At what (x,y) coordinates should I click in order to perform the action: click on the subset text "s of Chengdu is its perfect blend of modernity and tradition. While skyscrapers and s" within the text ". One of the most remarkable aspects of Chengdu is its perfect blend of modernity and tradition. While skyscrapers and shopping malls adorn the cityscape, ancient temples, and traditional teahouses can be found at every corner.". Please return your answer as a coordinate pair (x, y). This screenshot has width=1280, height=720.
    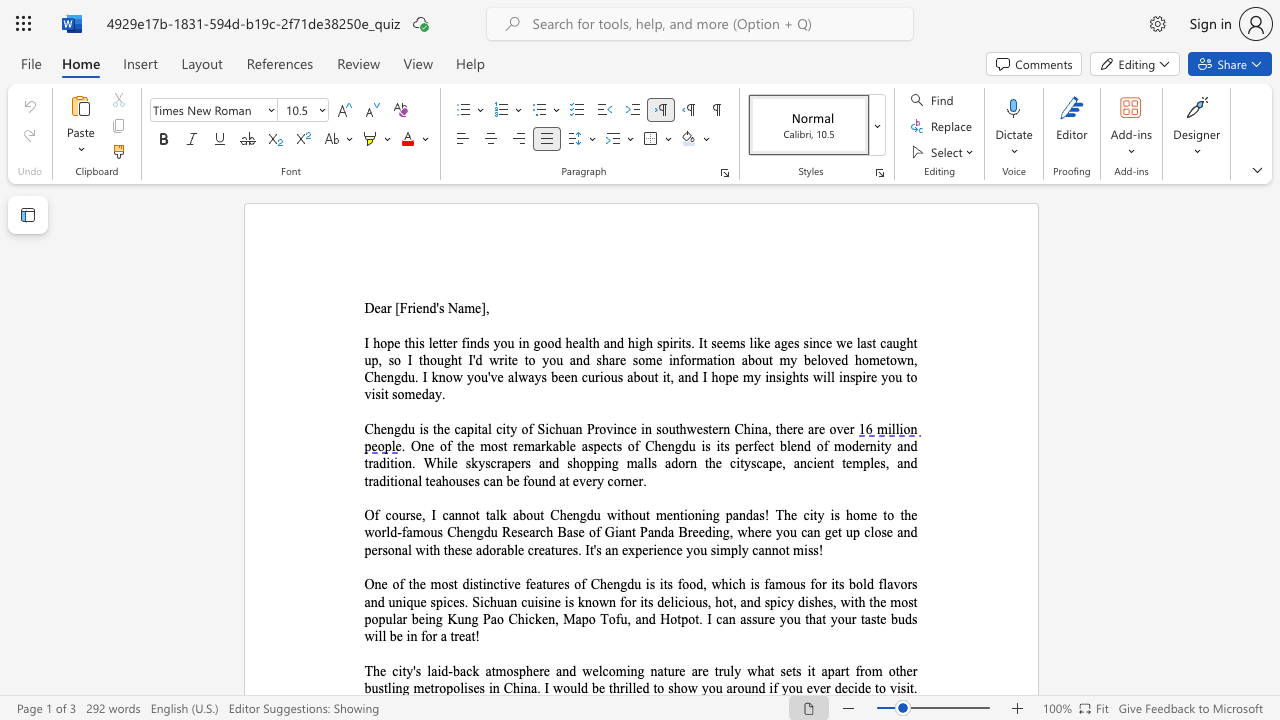
    Looking at the image, I should click on (615, 445).